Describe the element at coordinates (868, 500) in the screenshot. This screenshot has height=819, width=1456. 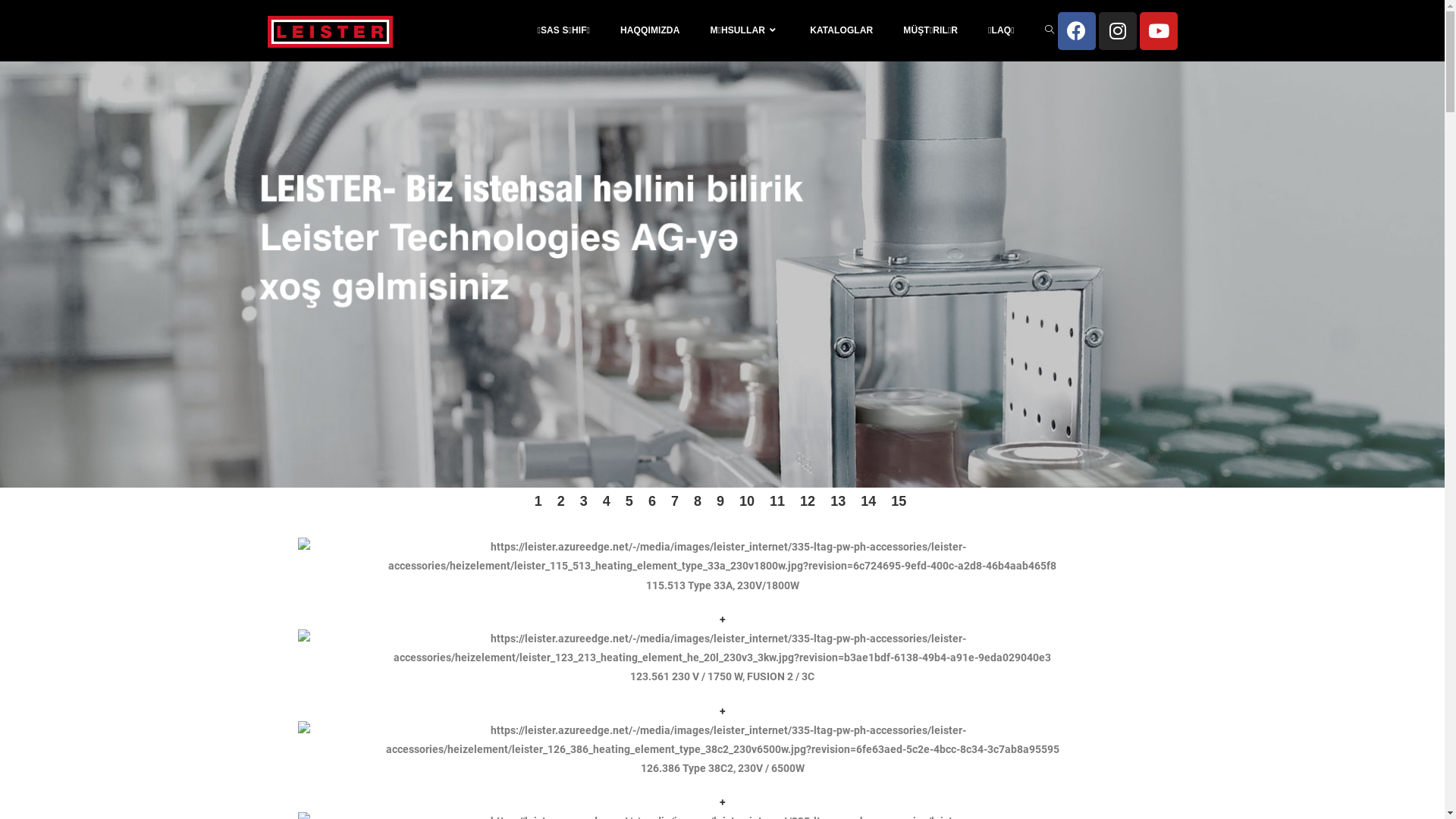
I see `'14'` at that location.